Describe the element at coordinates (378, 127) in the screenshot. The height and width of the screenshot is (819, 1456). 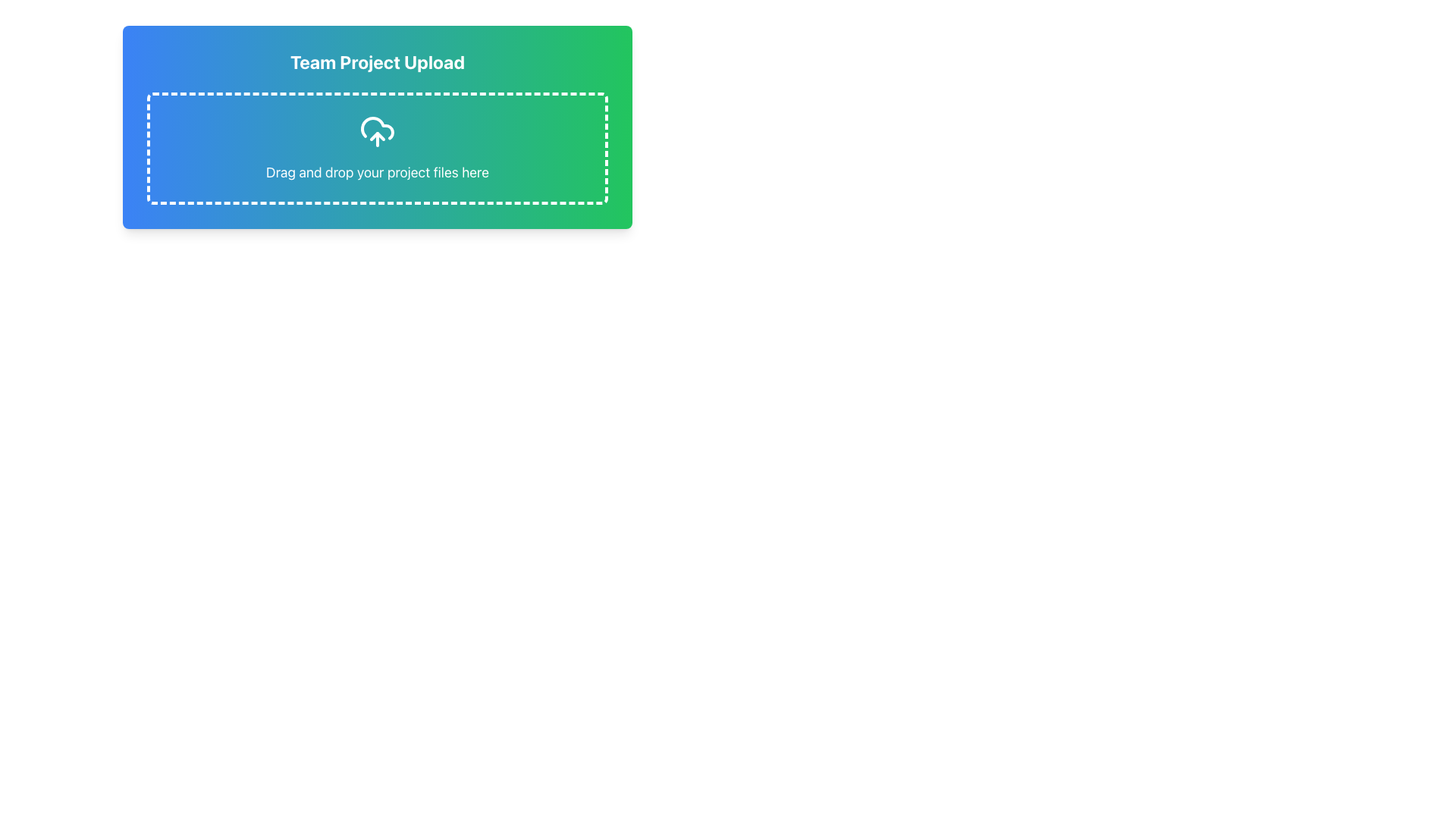
I see `the cloud-shaped vector graphic icon located in the middle of the dashed rectangular drop area within a gradient-colored card` at that location.